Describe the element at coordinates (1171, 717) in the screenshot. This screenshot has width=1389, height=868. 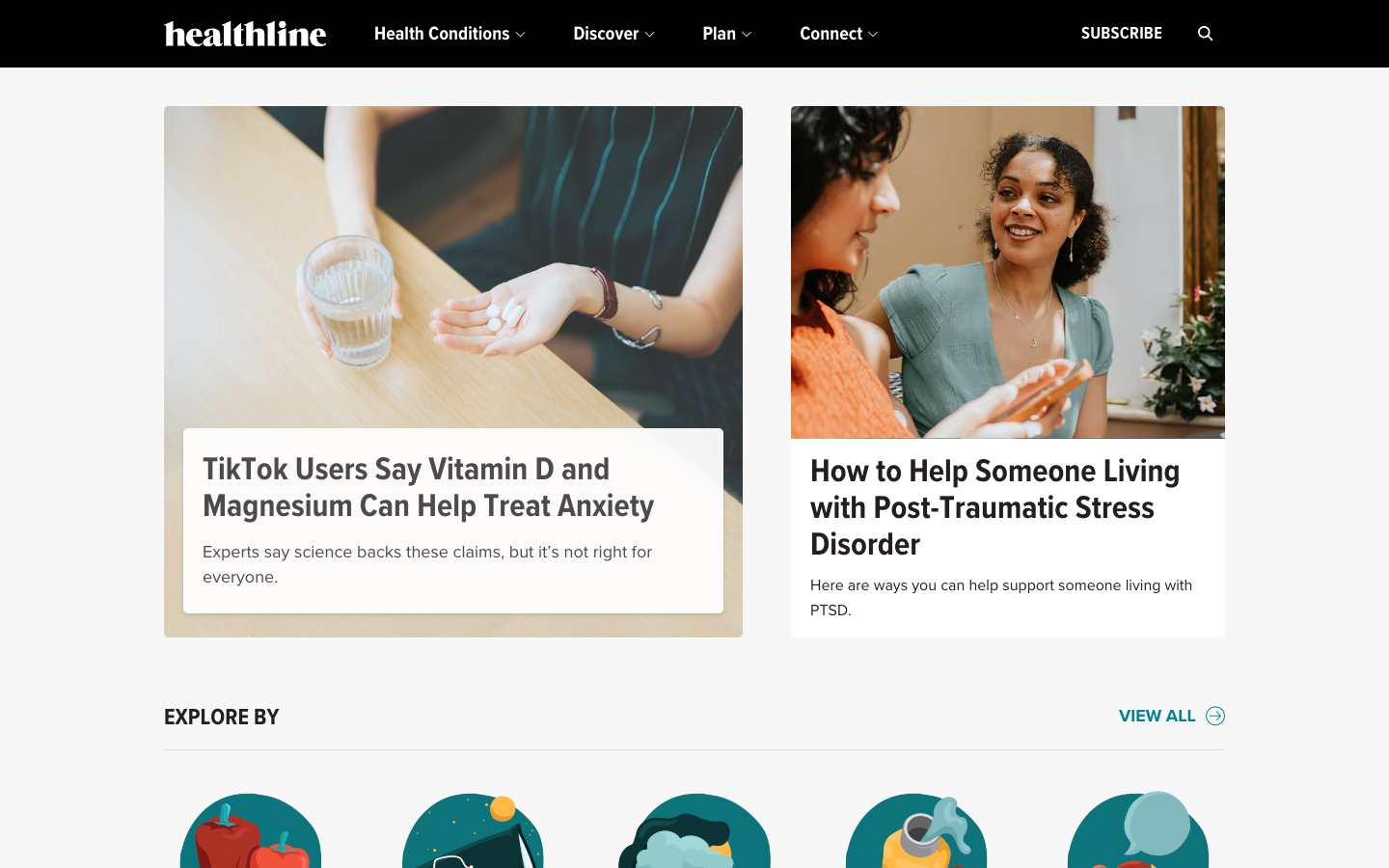
I see `Explore topics on health by viewing all` at that location.